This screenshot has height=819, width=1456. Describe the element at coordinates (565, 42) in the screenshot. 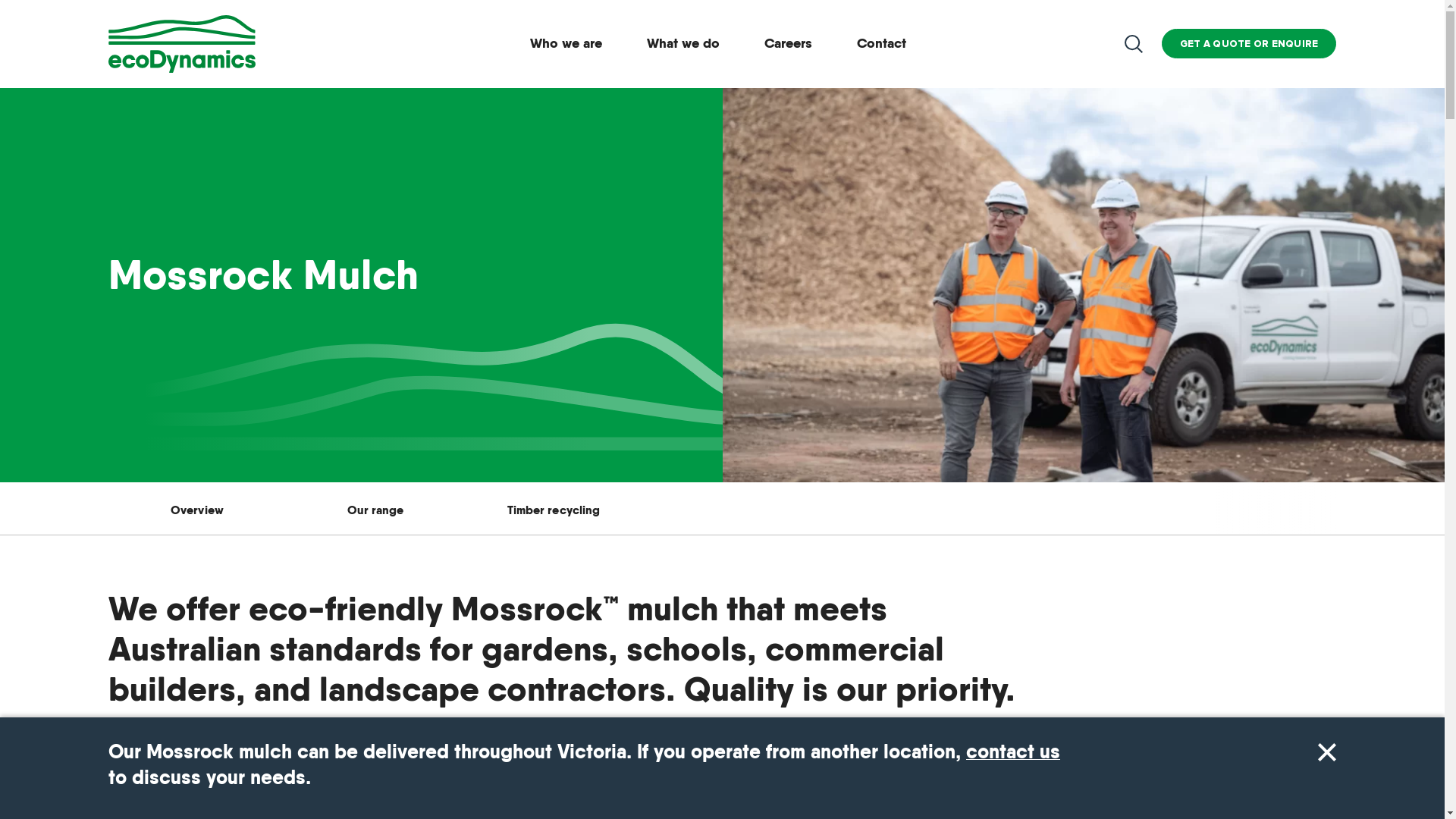

I see `'Who we are'` at that location.